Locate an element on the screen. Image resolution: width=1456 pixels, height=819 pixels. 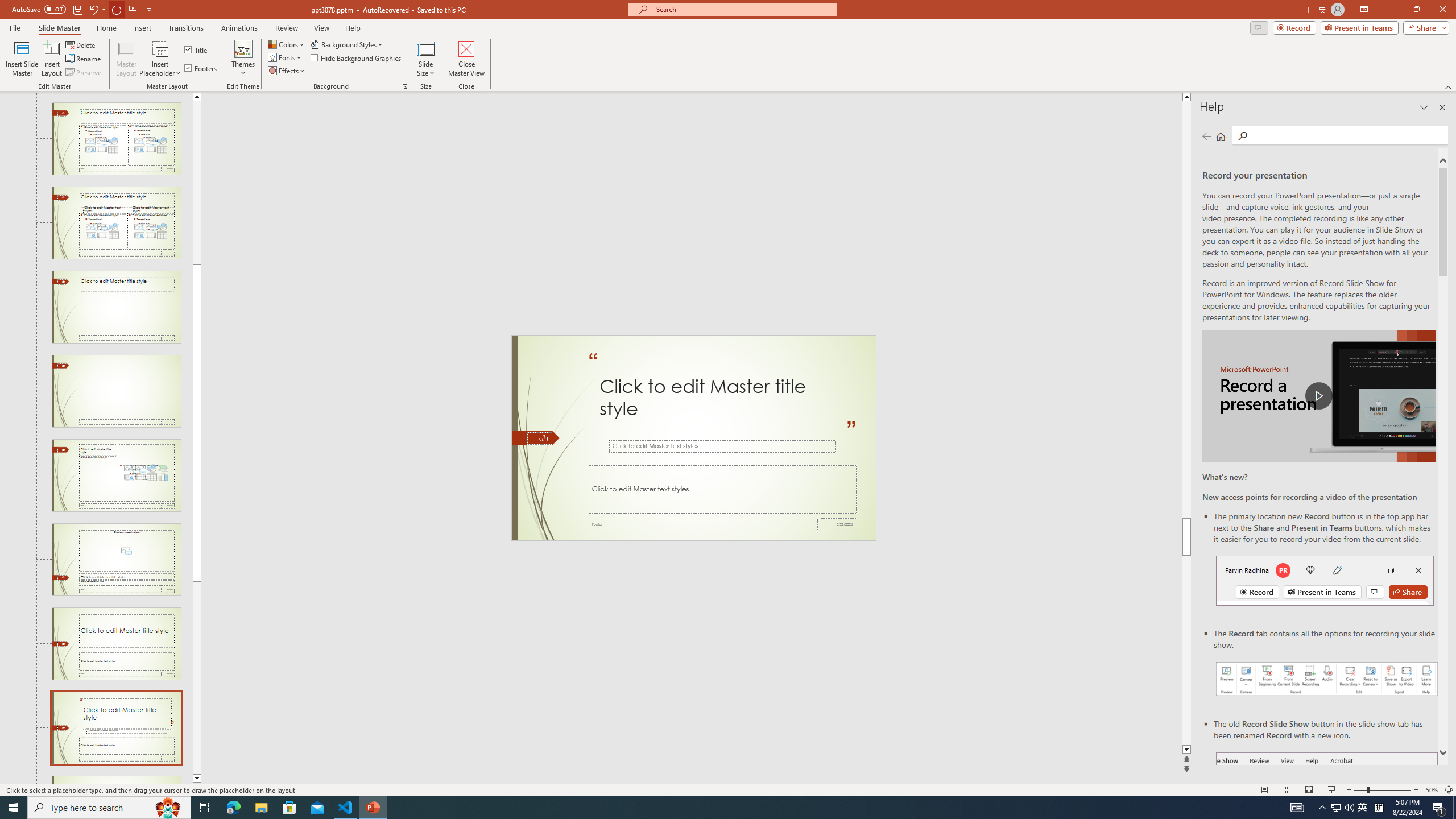
'play Record a Presentation' is located at coordinates (1318, 396).